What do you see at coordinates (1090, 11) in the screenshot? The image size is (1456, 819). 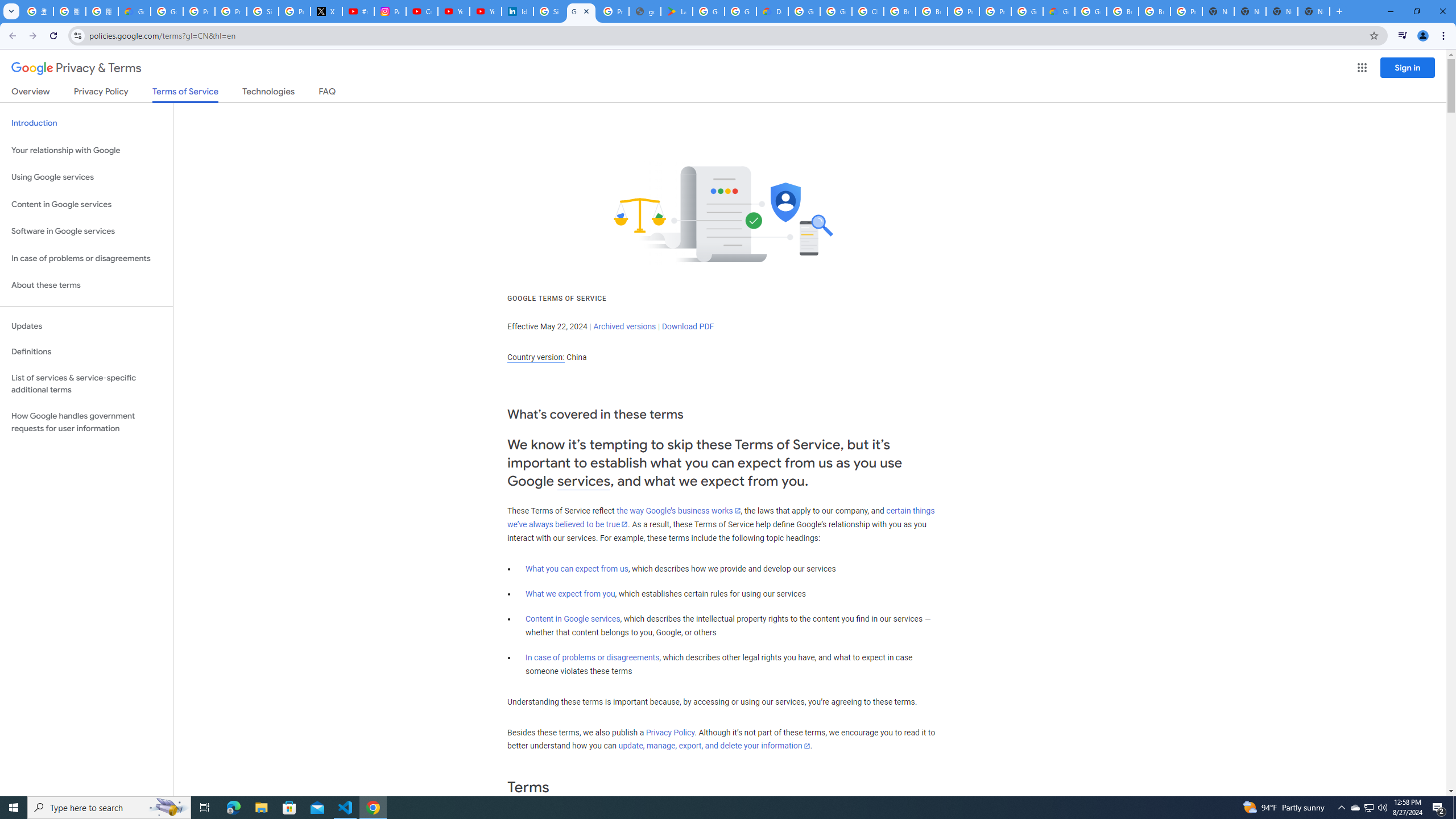 I see `'Google Cloud Platform'` at bounding box center [1090, 11].